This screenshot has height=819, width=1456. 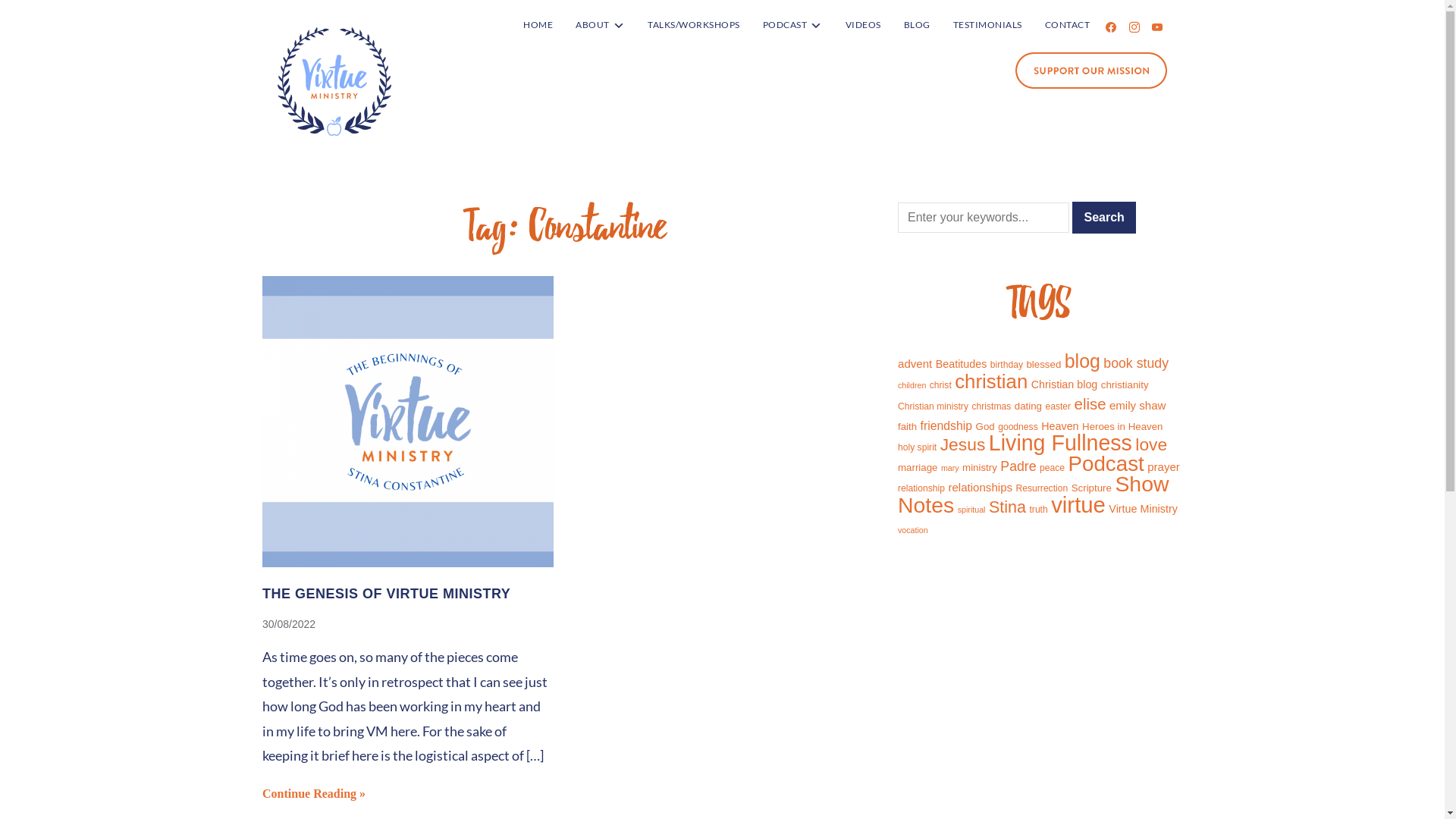 What do you see at coordinates (1063, 383) in the screenshot?
I see `'Christian blog'` at bounding box center [1063, 383].